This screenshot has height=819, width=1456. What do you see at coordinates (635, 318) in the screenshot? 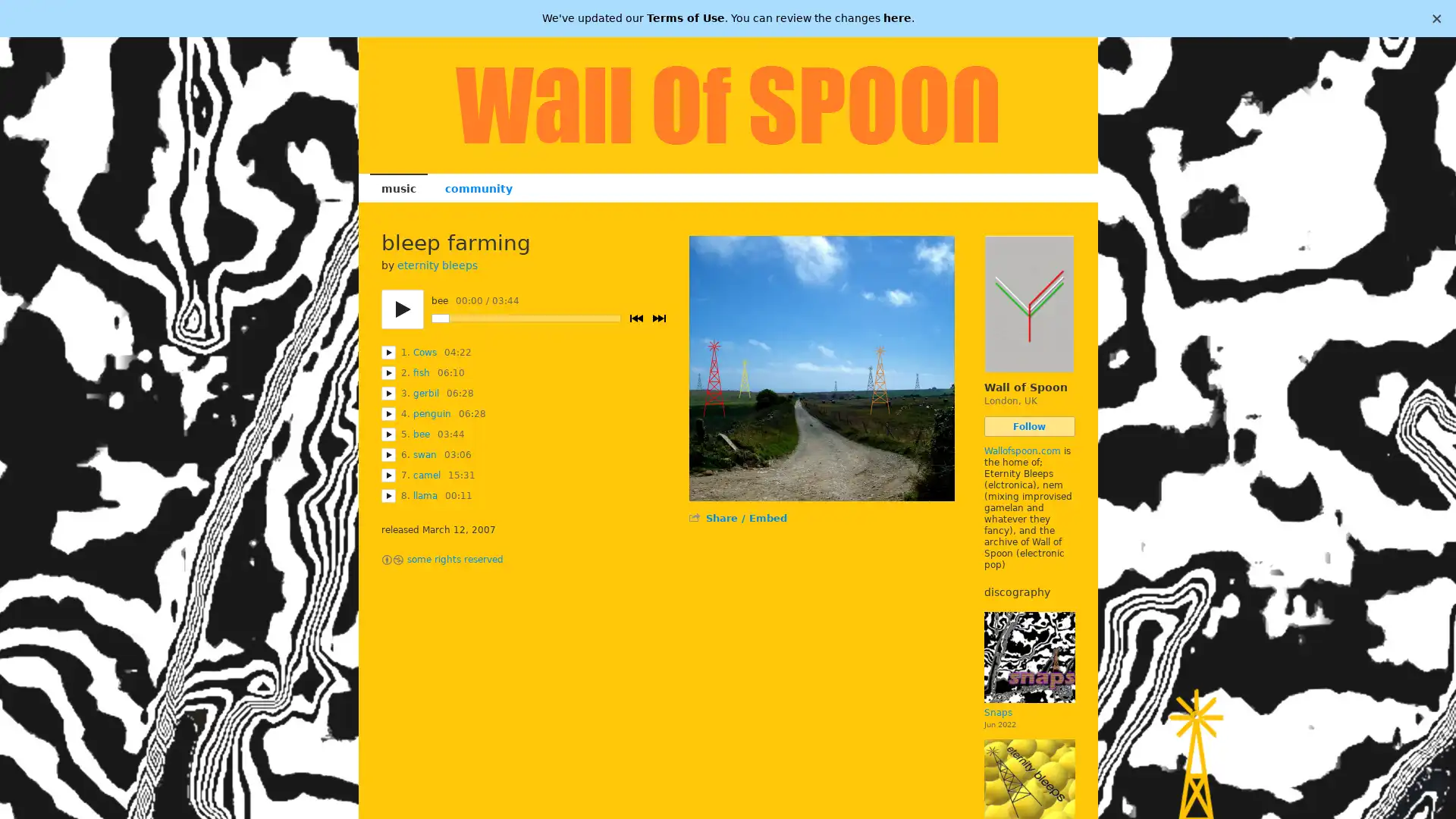
I see `Previous track` at bounding box center [635, 318].